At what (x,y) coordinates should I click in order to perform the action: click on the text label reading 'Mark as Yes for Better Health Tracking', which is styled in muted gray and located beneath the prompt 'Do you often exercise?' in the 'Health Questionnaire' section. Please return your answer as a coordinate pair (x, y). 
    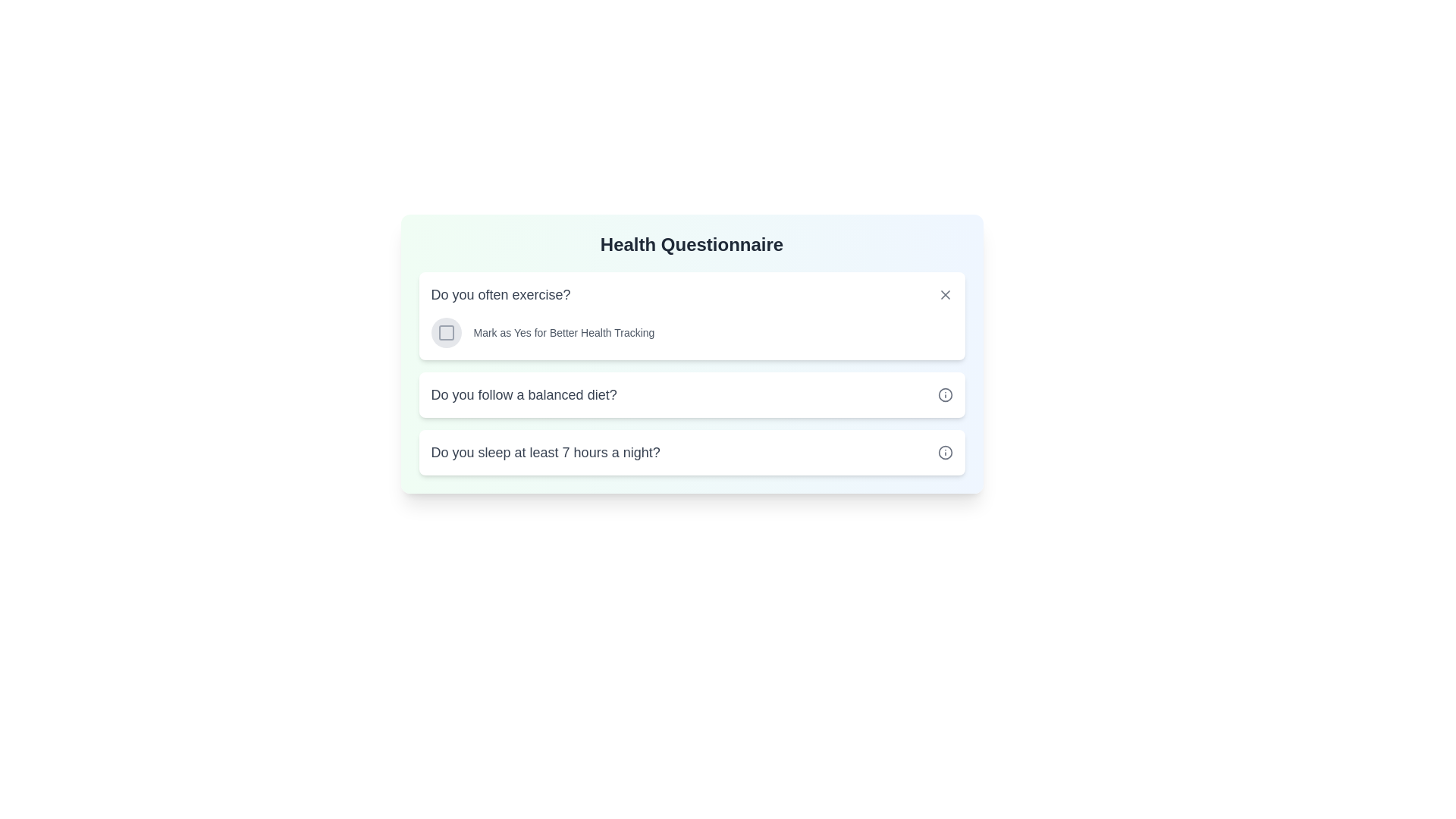
    Looking at the image, I should click on (563, 332).